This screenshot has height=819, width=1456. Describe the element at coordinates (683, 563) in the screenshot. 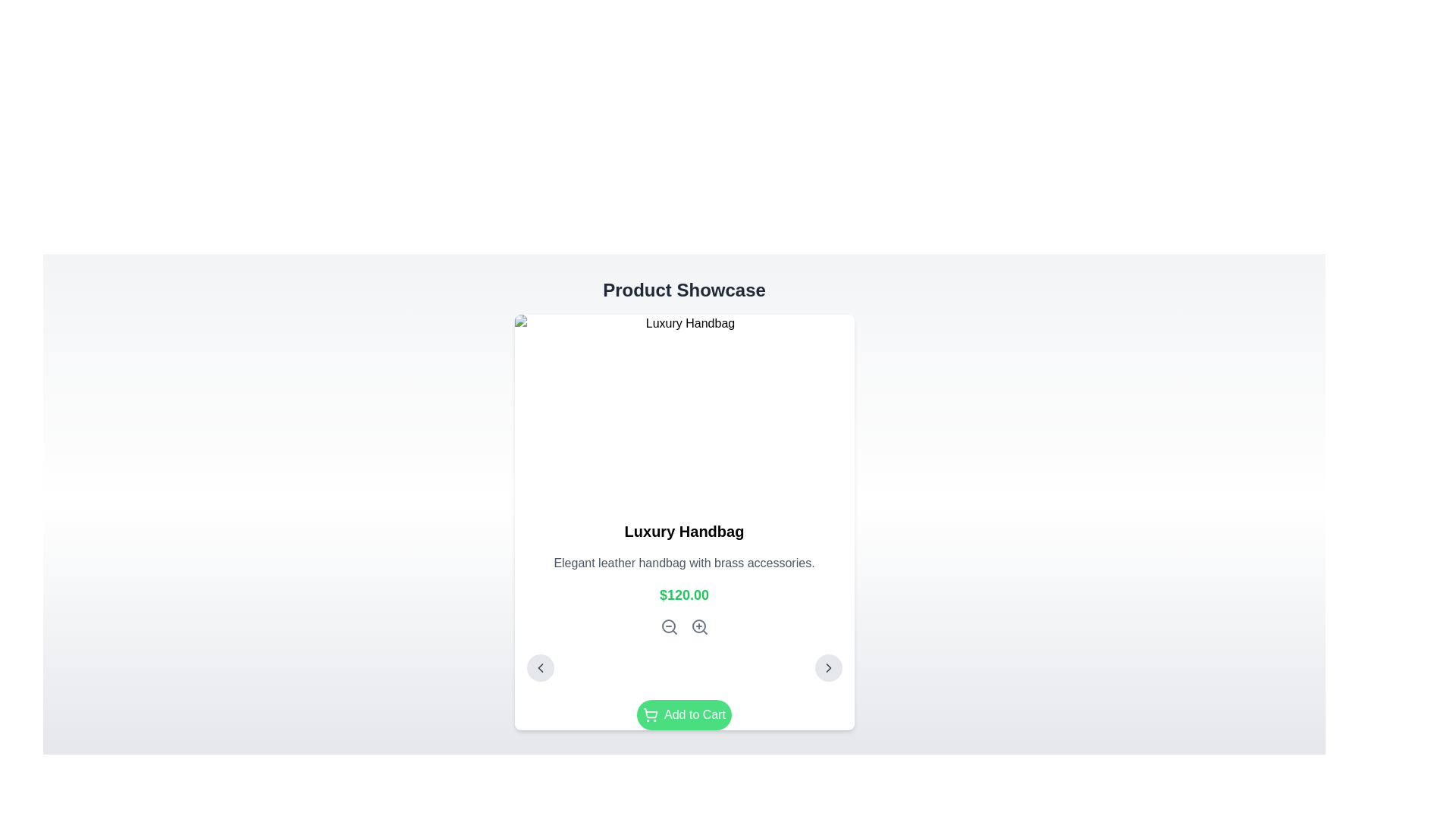

I see `the text block located below the title 'Luxury Handbag' and above the price label '$120.00'` at that location.